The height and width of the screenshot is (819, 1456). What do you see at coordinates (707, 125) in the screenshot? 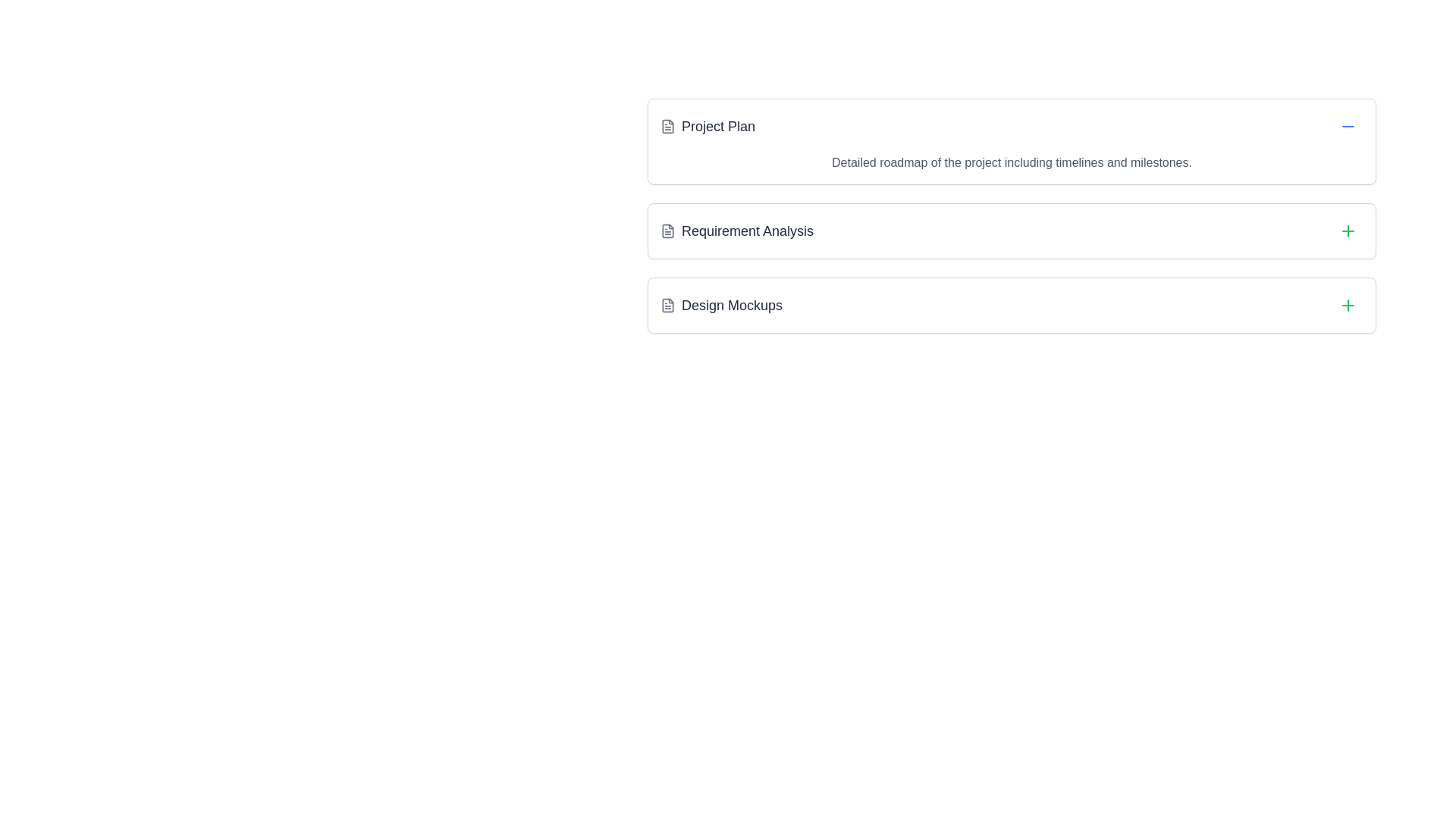
I see `the Label with Icon that serves as the header for the project plan section` at bounding box center [707, 125].